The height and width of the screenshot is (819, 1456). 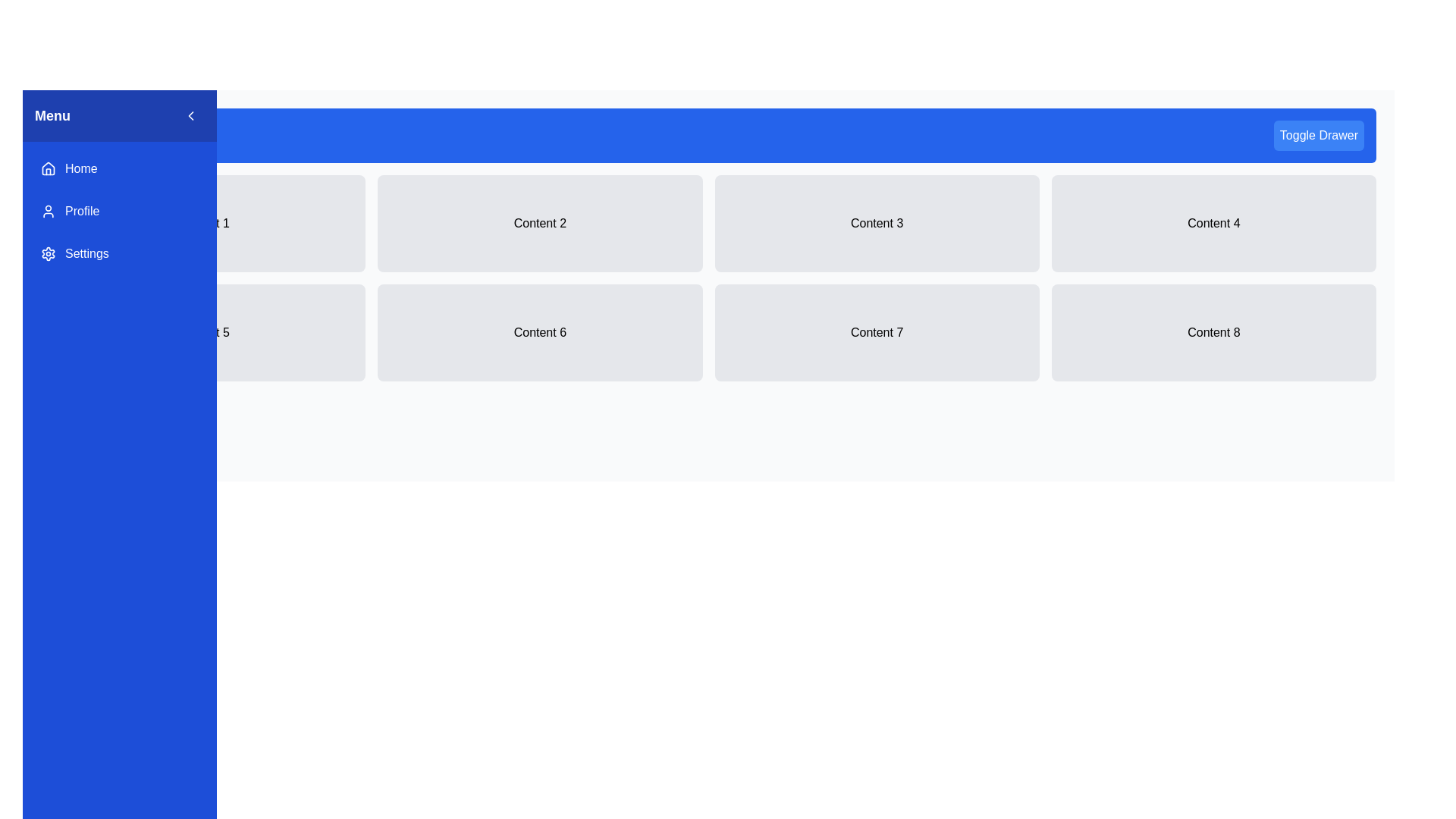 What do you see at coordinates (86, 253) in the screenshot?
I see `the 'Settings' text label in the vertical navigation menu` at bounding box center [86, 253].